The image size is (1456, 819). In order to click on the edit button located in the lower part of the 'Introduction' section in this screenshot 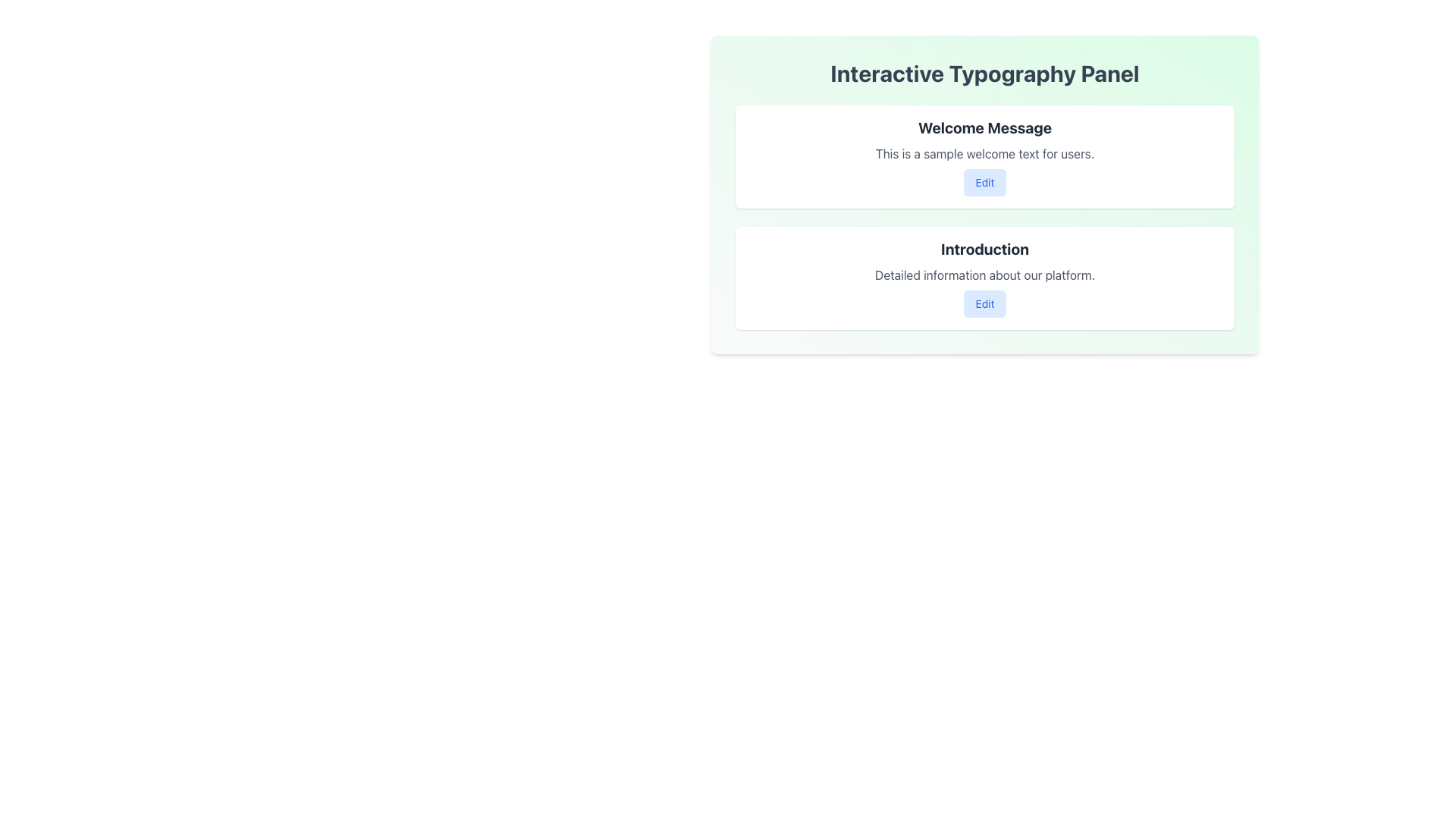, I will do `click(985, 304)`.